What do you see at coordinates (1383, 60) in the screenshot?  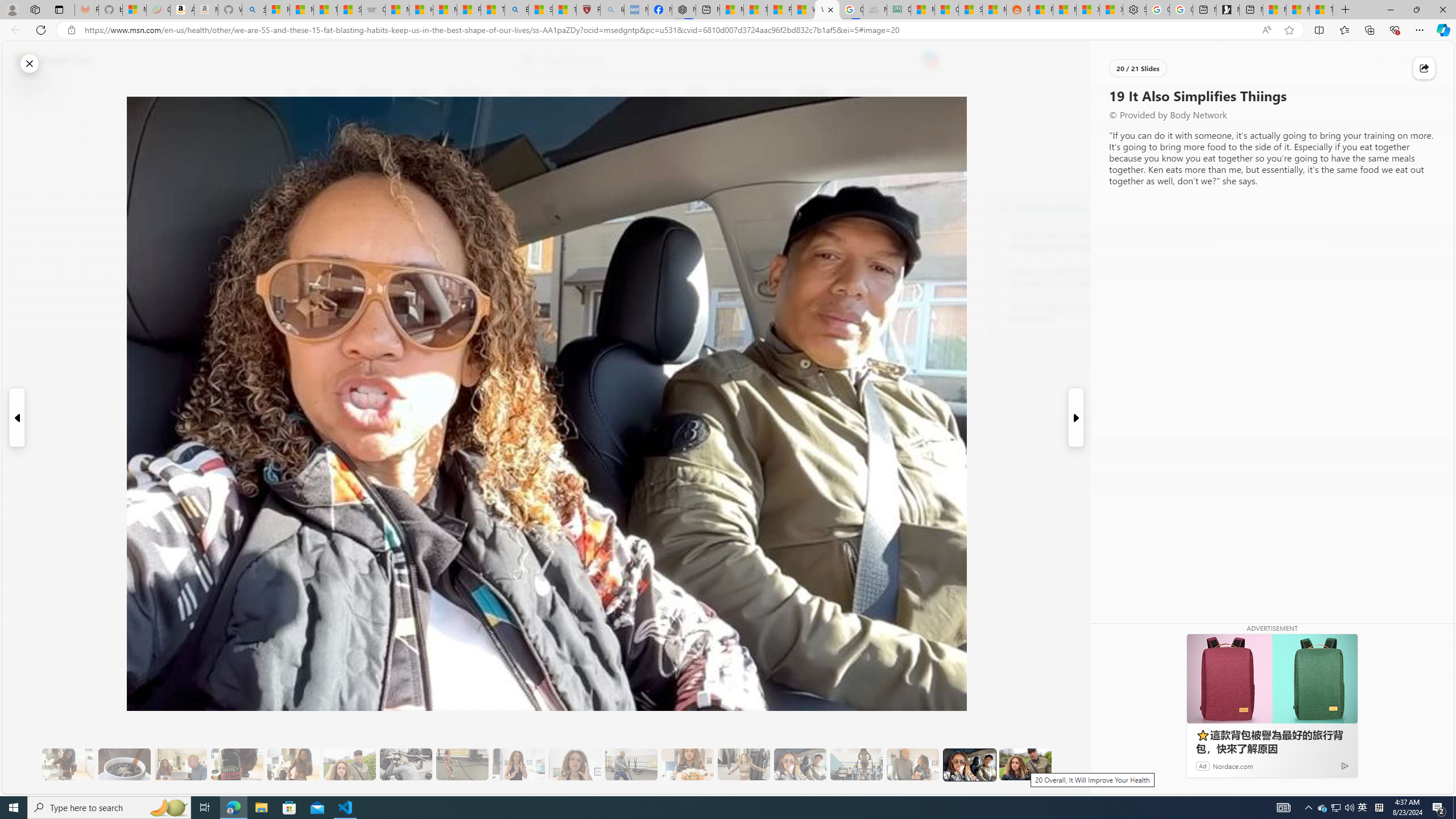 I see `'Microsoft rewards'` at bounding box center [1383, 60].